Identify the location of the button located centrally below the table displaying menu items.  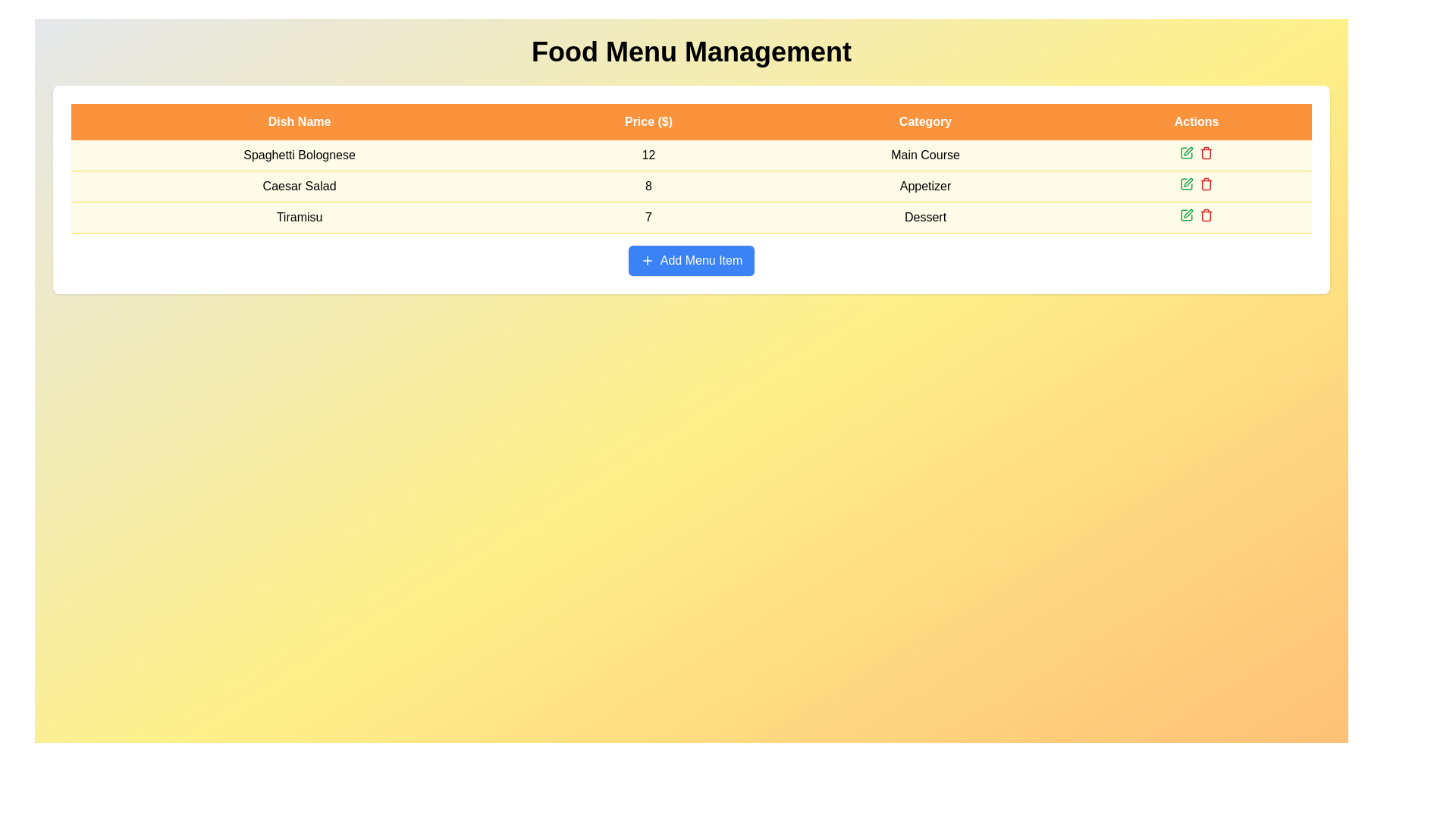
(691, 259).